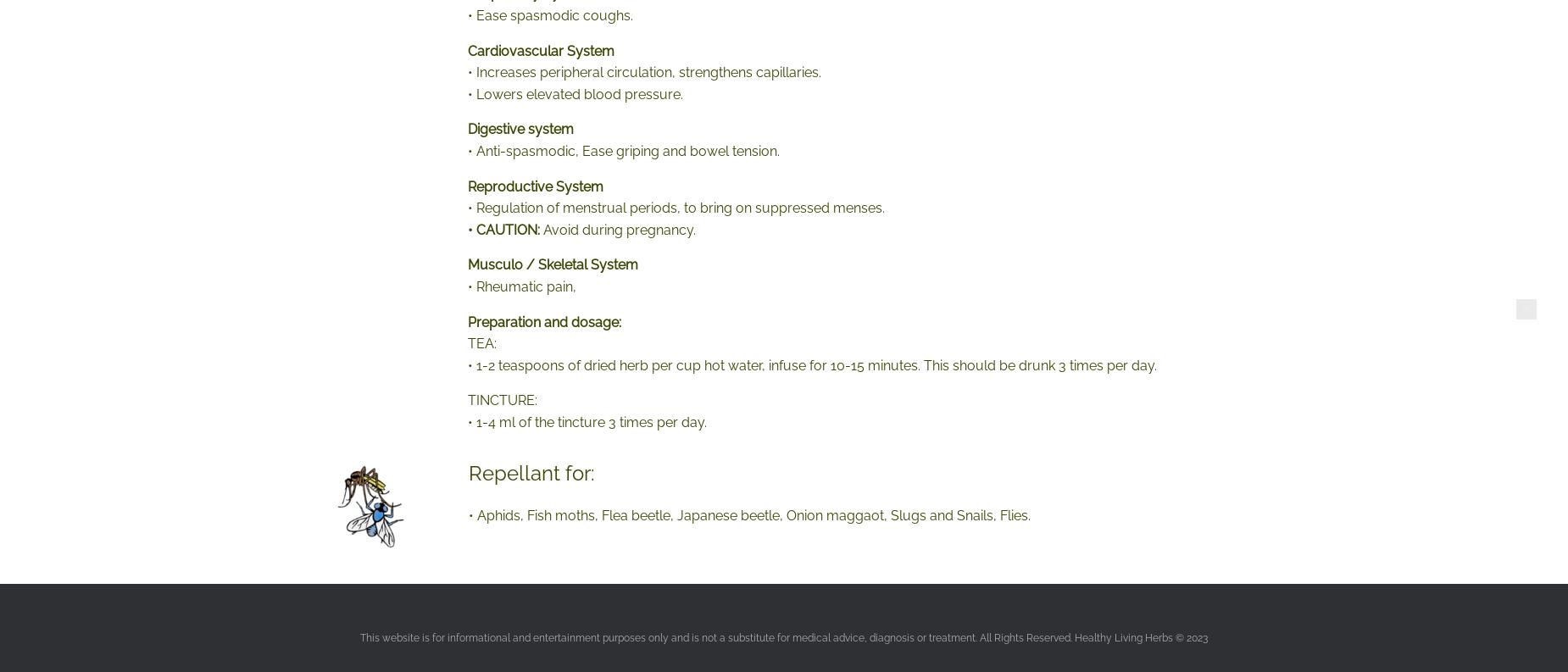 The image size is (1568, 672). Describe the element at coordinates (544, 320) in the screenshot. I see `'Preparation and dosage:'` at that location.